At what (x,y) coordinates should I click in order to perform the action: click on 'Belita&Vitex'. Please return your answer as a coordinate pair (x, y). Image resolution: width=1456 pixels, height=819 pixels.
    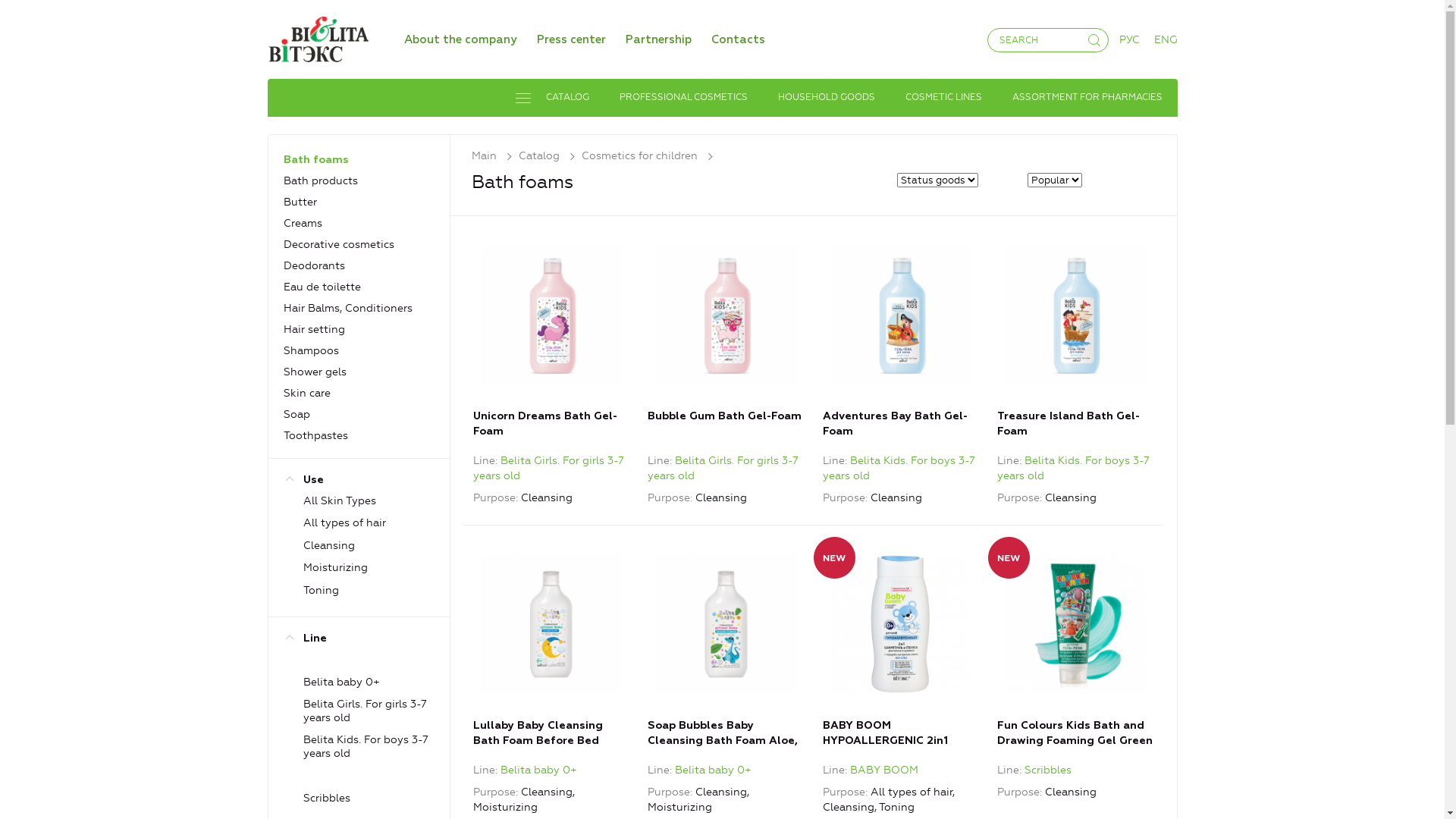
    Looking at the image, I should click on (316, 36).